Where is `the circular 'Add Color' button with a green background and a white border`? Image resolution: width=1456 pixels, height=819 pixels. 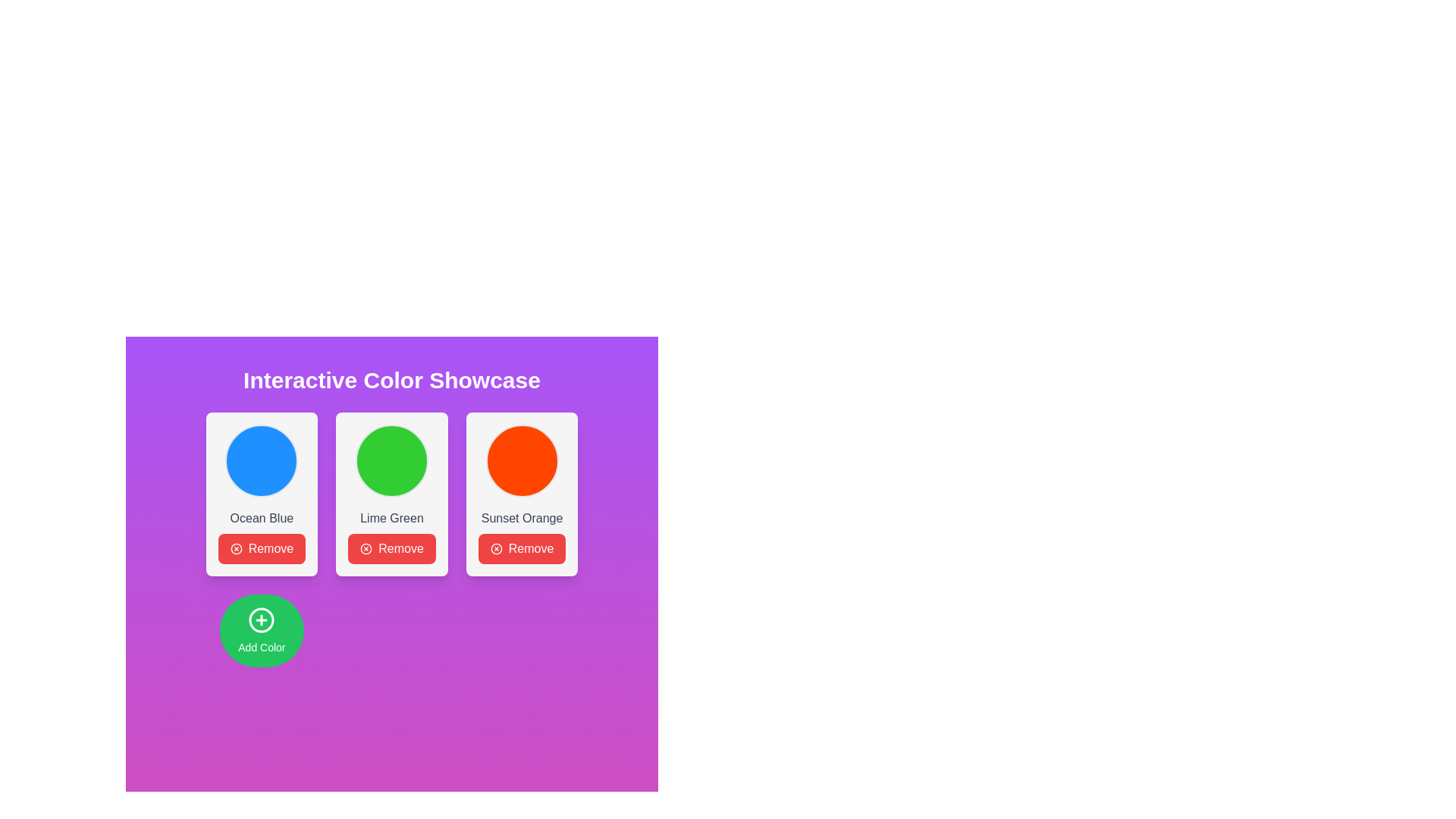 the circular 'Add Color' button with a green background and a white border is located at coordinates (262, 631).